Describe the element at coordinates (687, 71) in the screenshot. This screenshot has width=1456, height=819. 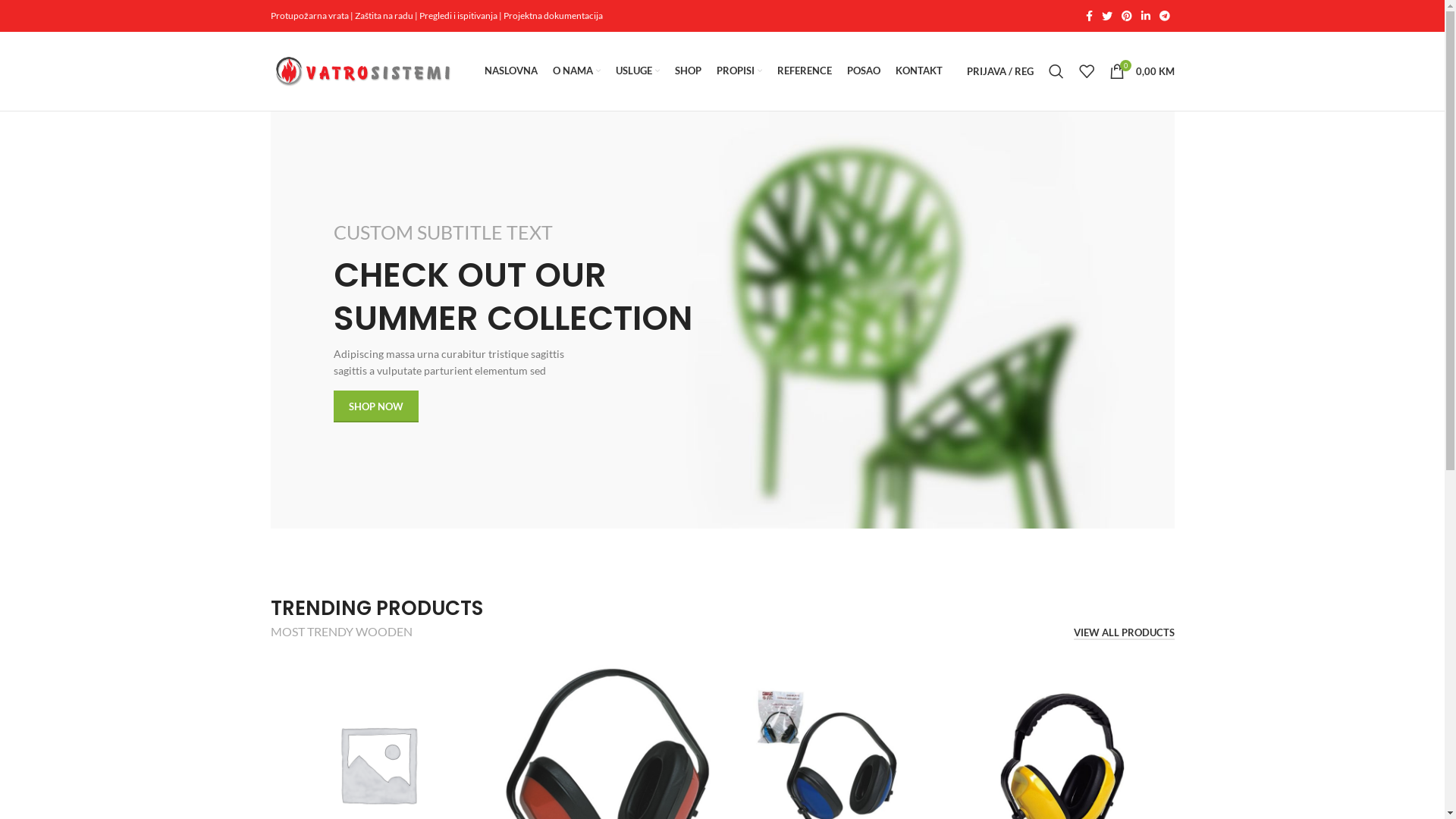
I see `'SHOP'` at that location.